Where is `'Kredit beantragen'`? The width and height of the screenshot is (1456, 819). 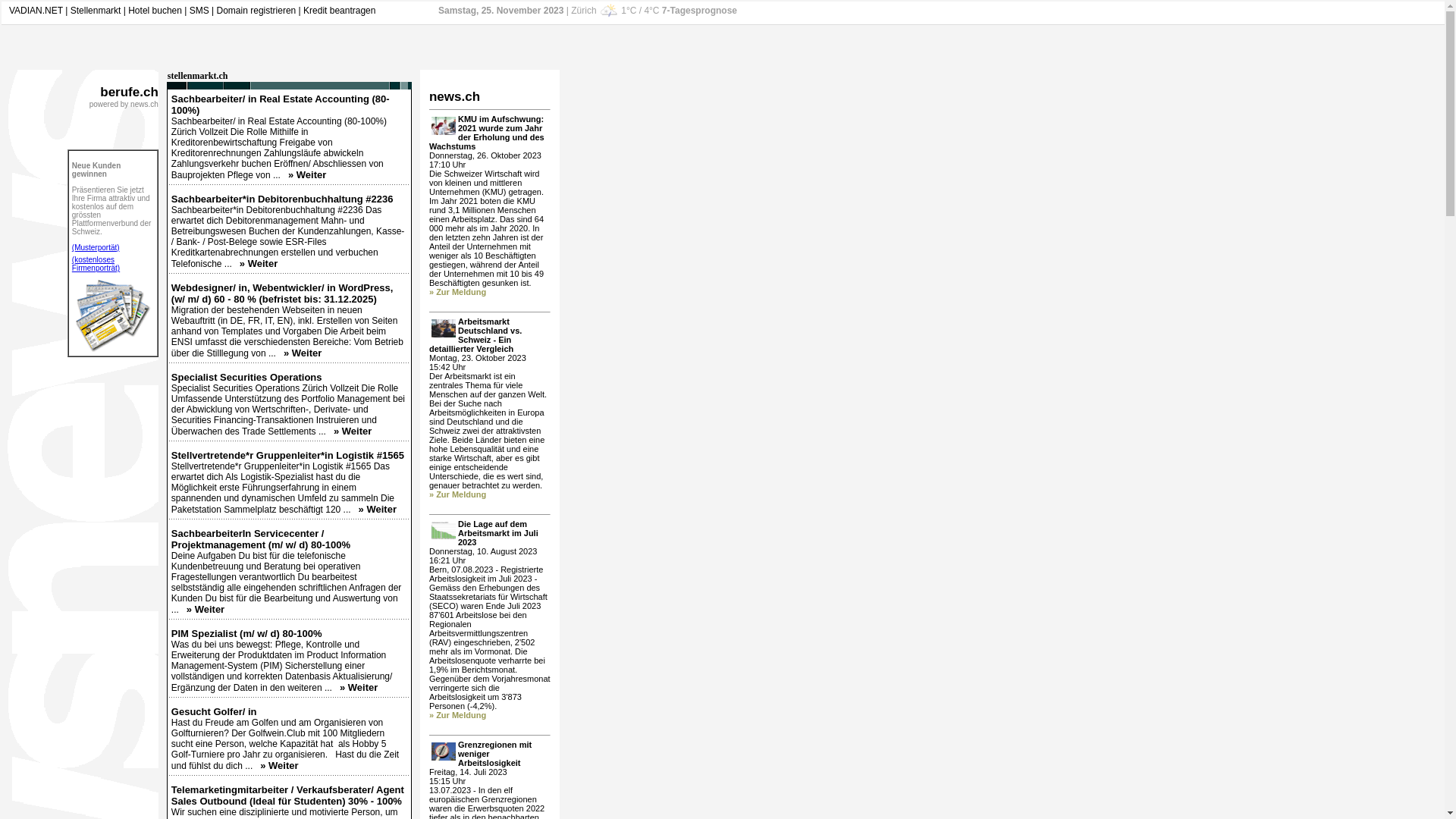
'Kredit beantragen' is located at coordinates (303, 11).